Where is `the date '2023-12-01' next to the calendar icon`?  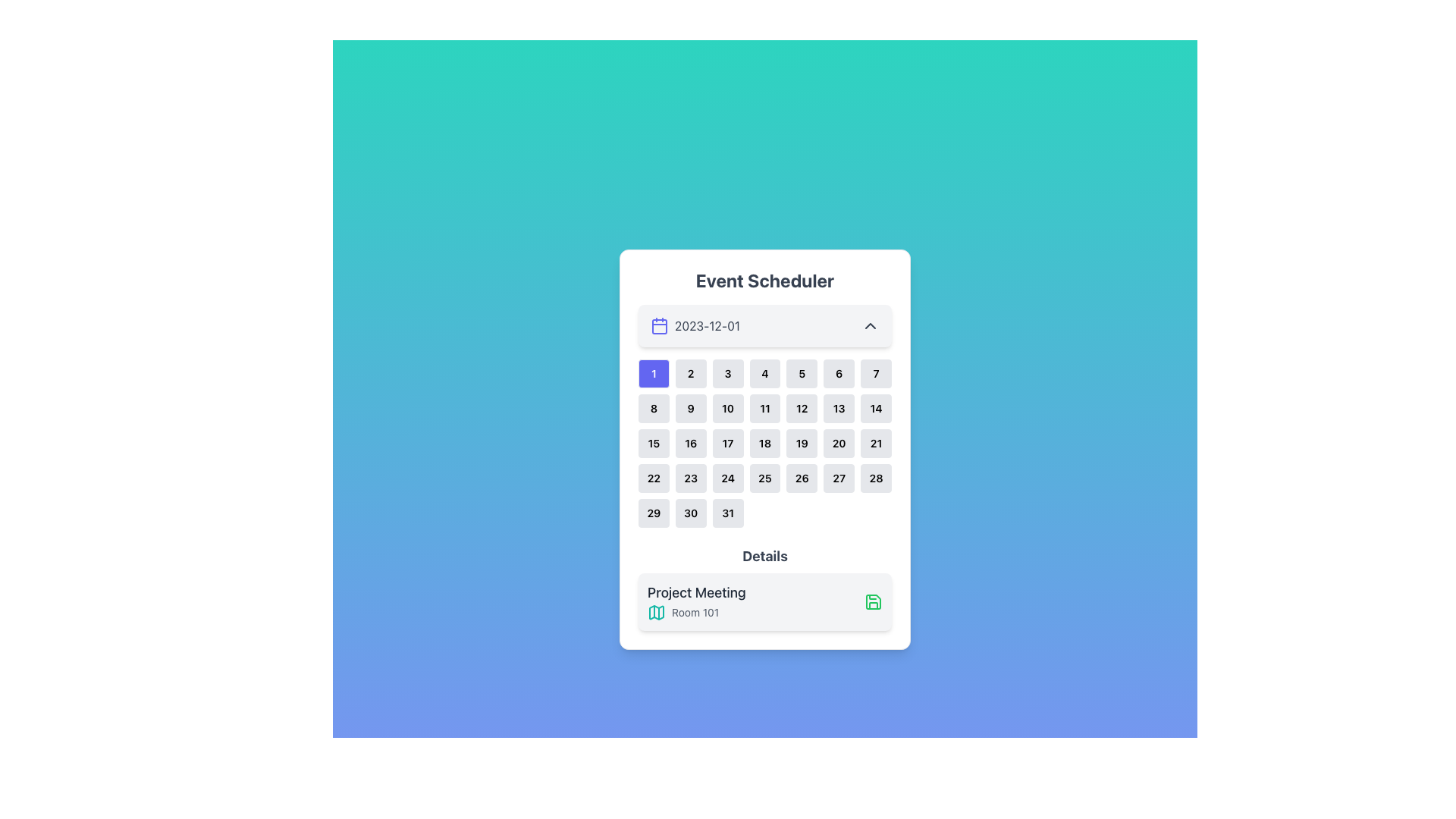
the date '2023-12-01' next to the calendar icon is located at coordinates (694, 325).